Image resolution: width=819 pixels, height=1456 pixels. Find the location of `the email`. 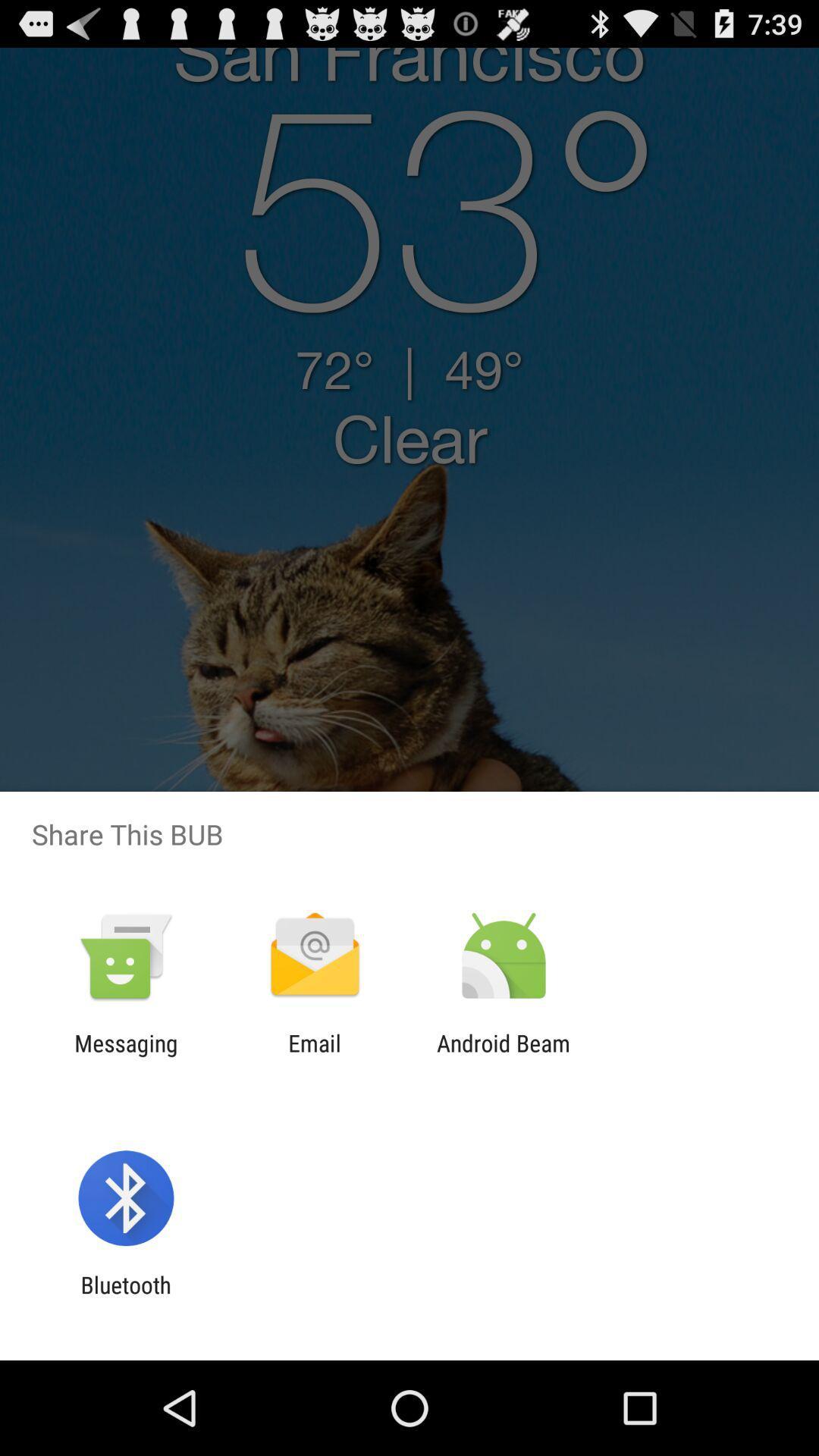

the email is located at coordinates (314, 1056).